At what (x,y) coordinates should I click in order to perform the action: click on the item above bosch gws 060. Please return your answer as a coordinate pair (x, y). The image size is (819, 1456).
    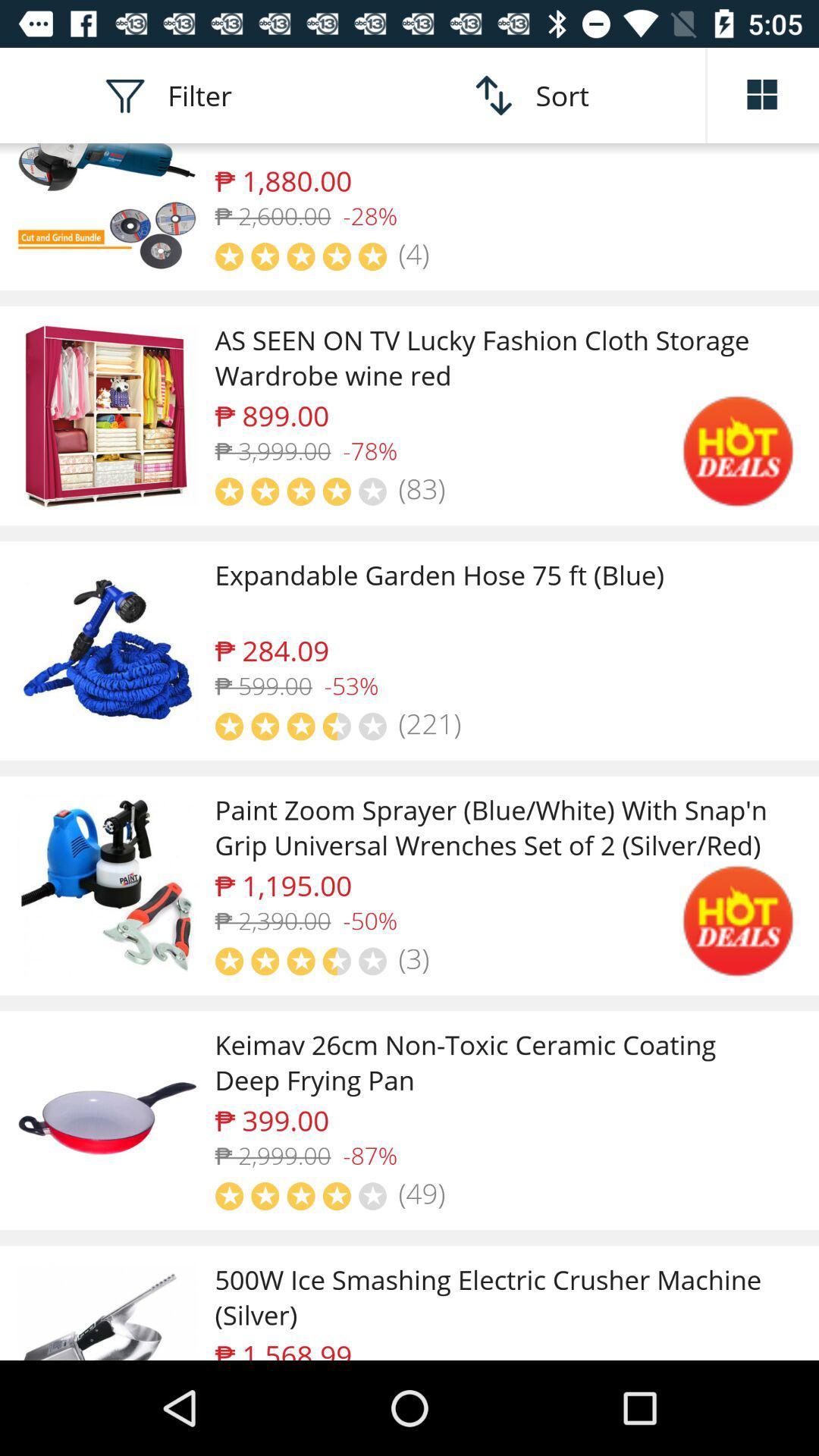
    Looking at the image, I should click on (763, 94).